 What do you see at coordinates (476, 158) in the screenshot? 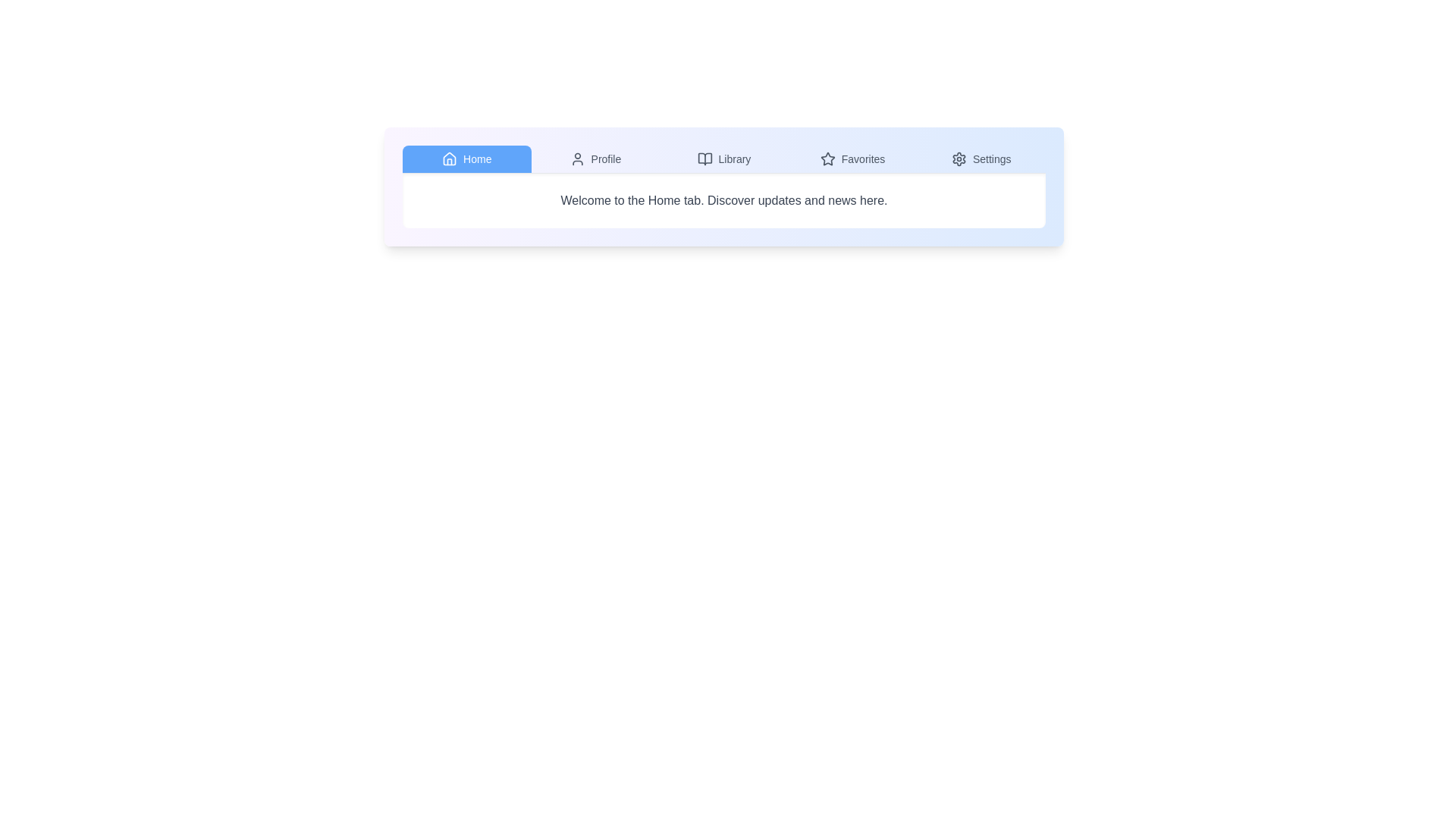
I see `the 'Home' text label in the navigation button, which is styled in white text against a blue background and located to the right of a house icon` at bounding box center [476, 158].